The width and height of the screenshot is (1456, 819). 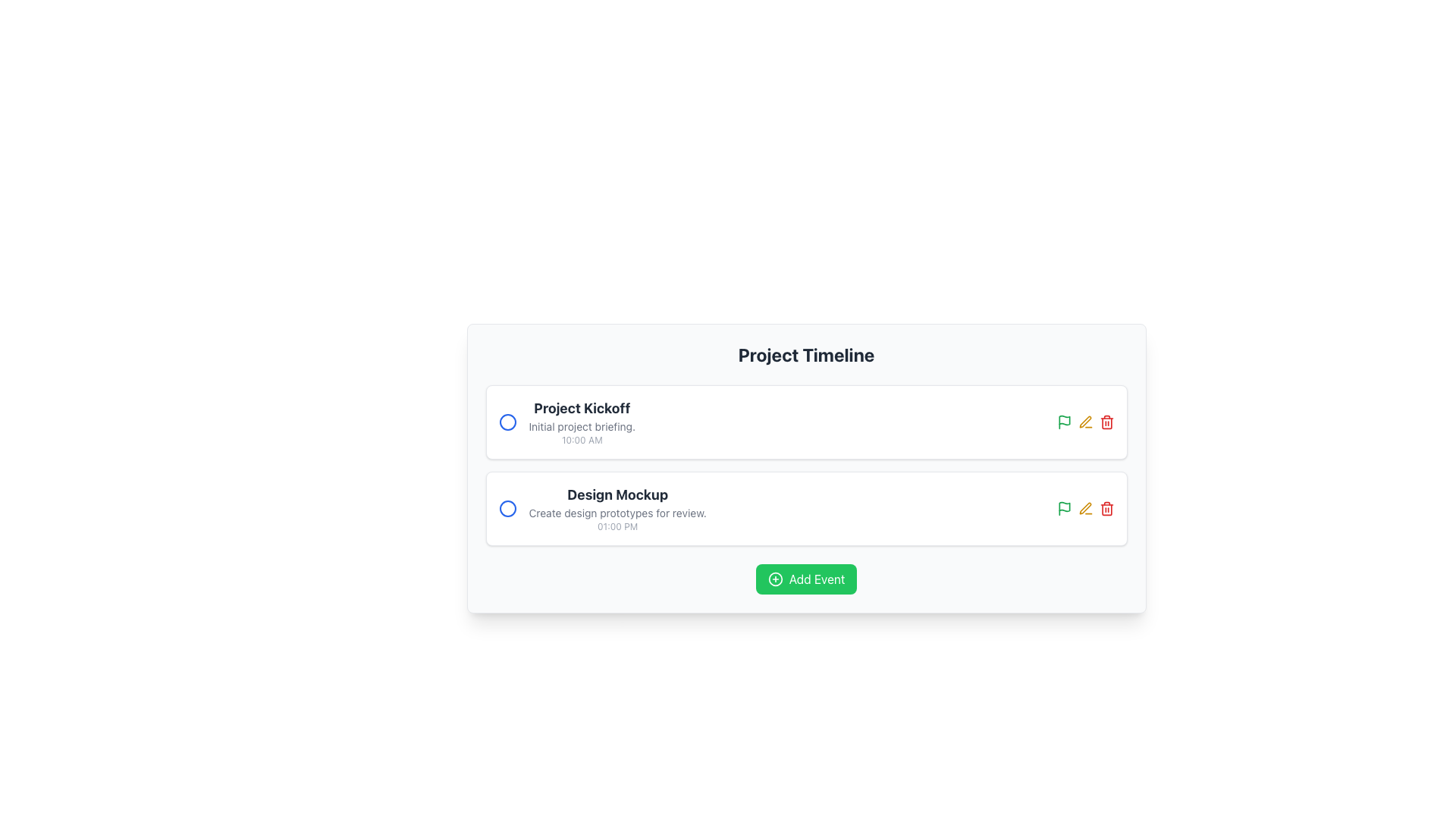 What do you see at coordinates (1063, 422) in the screenshot?
I see `the green flag-shaped icon in the action icon row for the 'Design Mockup' event in the timeline interface` at bounding box center [1063, 422].